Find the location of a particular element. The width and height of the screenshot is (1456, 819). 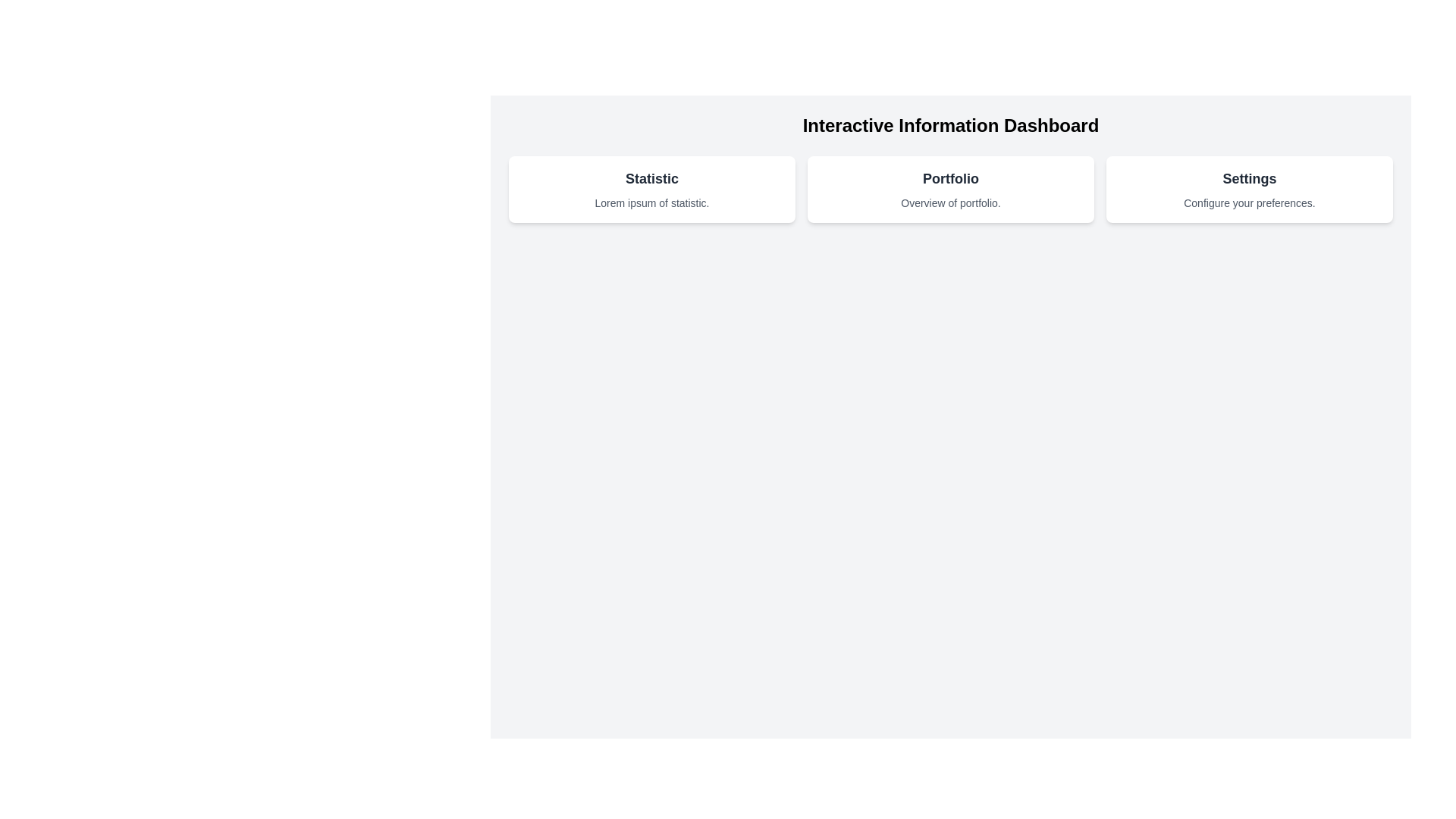

the card labeled 'Portfolio' to observe the hover effect is located at coordinates (949, 189).